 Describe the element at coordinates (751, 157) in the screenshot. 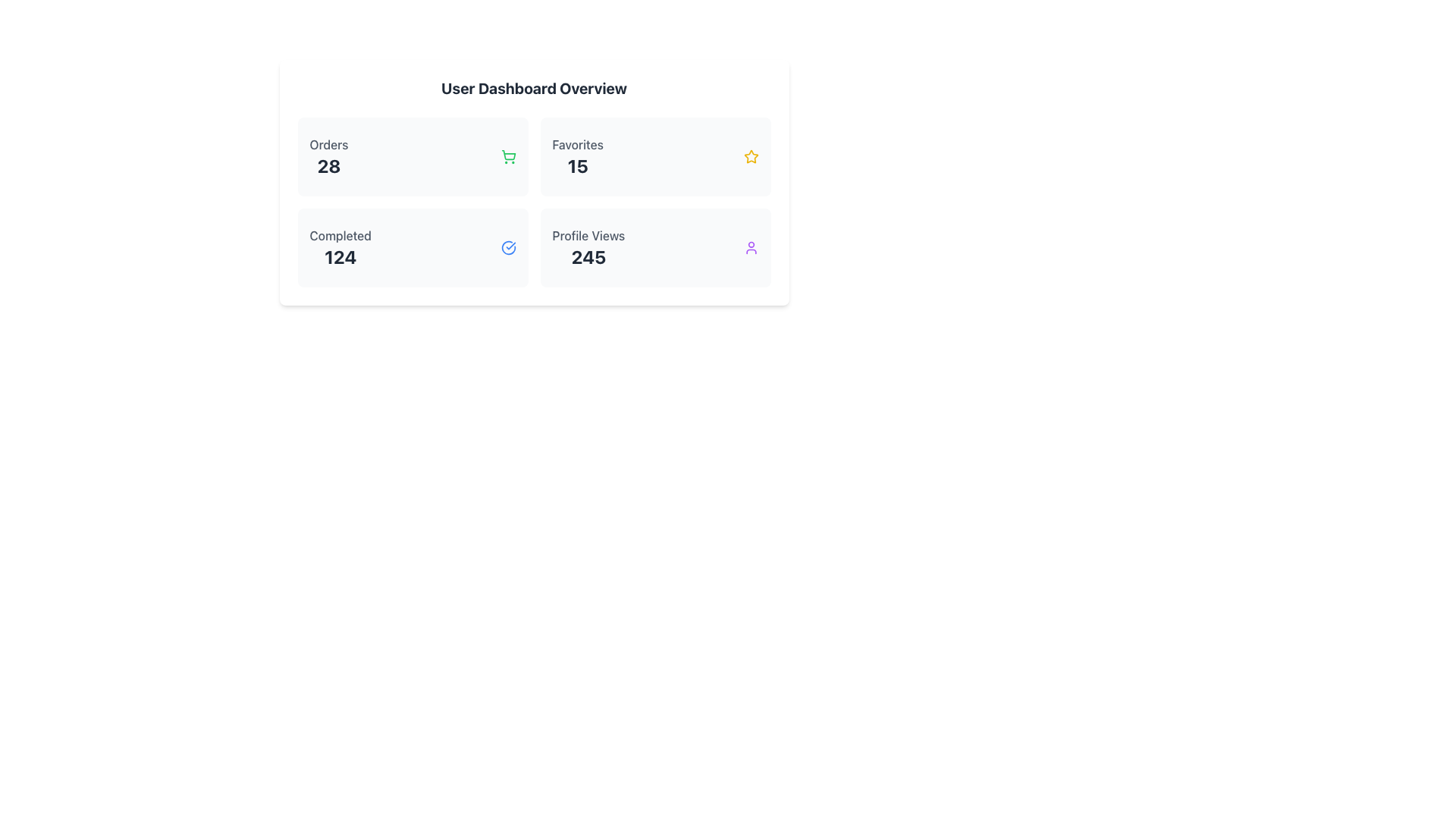

I see `the visual status of the favorites icon located on the right side of the 'Favorites' section in the top-right corner of the dashboard, adjacent to the 'Favorites' text and the number count '15'` at that location.